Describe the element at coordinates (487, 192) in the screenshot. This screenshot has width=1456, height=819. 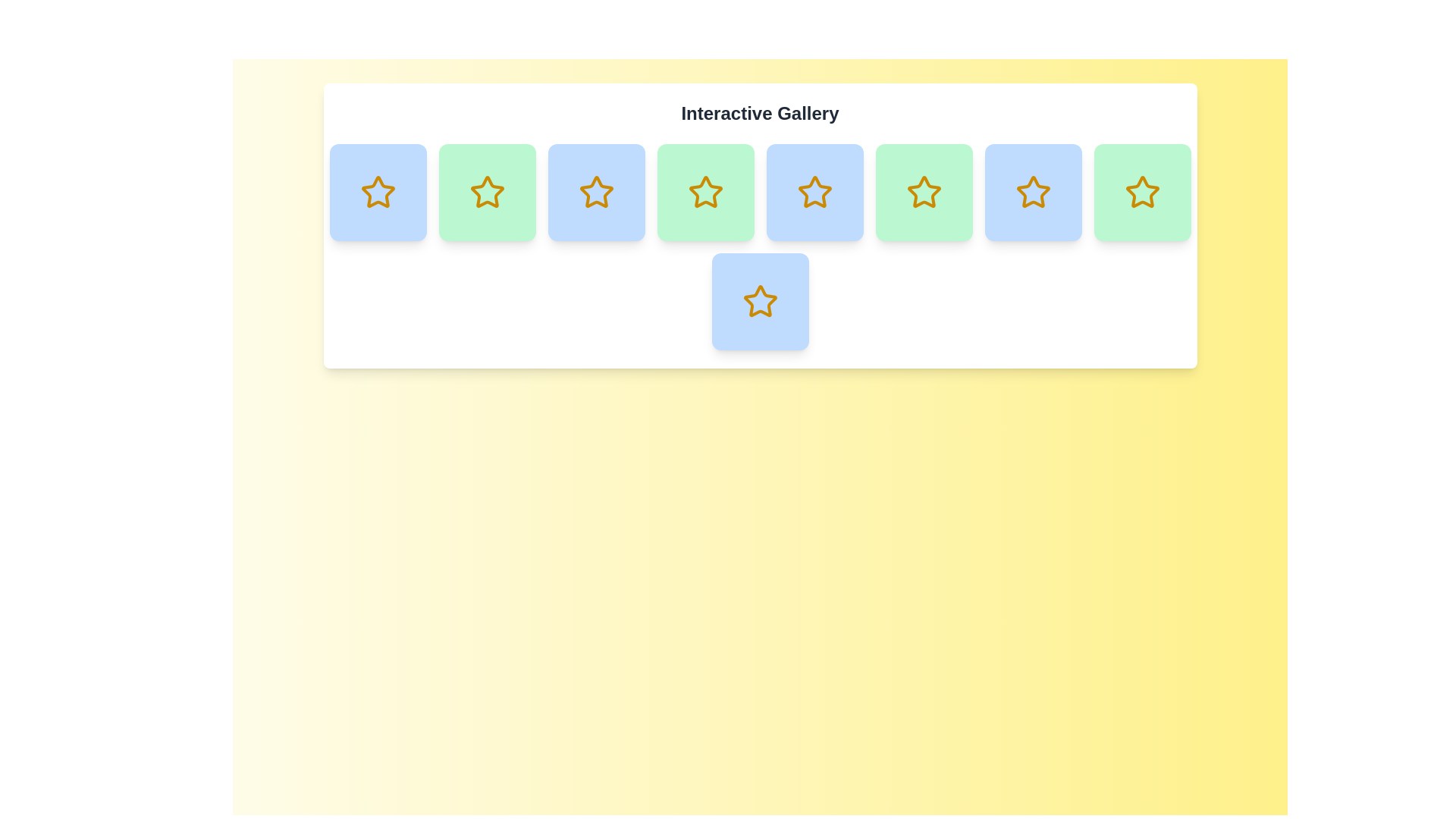
I see `the star-shaped icon with a golden-yellow outline, located in the second position of a horizontal gallery layout with a light green background` at that location.